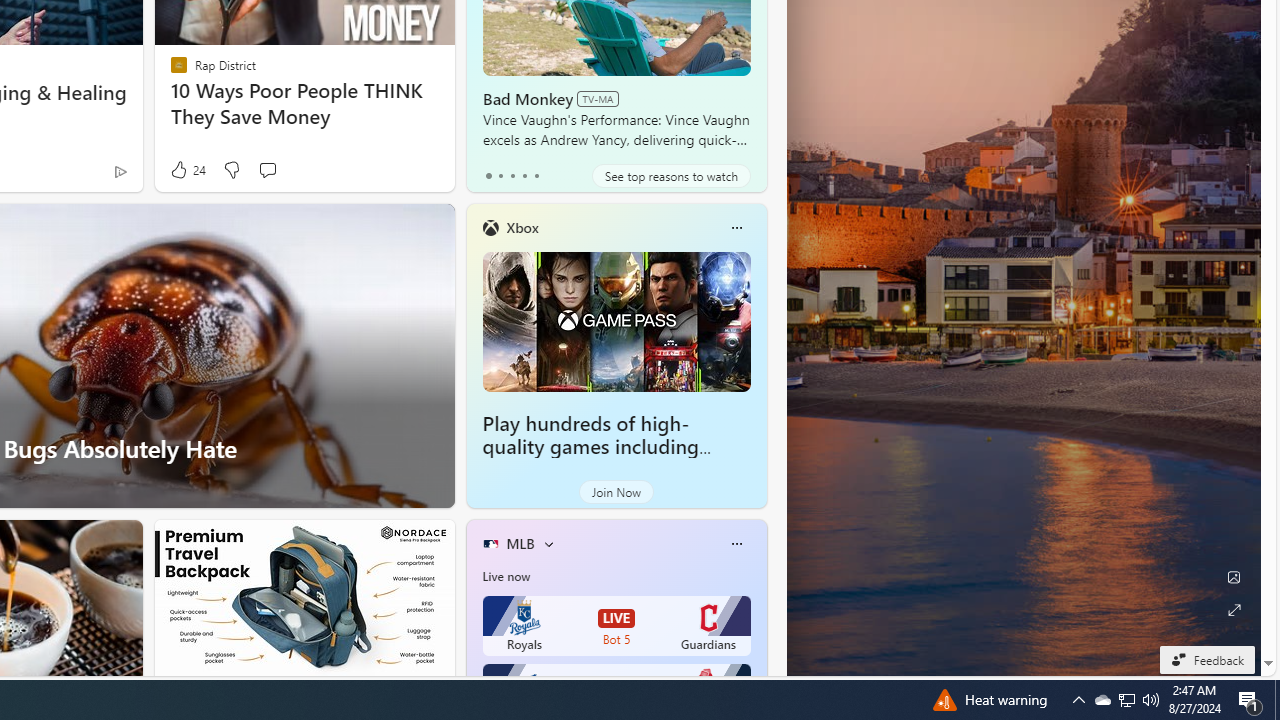 Image resolution: width=1280 pixels, height=720 pixels. Describe the element at coordinates (615, 625) in the screenshot. I see `'Royals LIVE Bot 5 Guardians'` at that location.